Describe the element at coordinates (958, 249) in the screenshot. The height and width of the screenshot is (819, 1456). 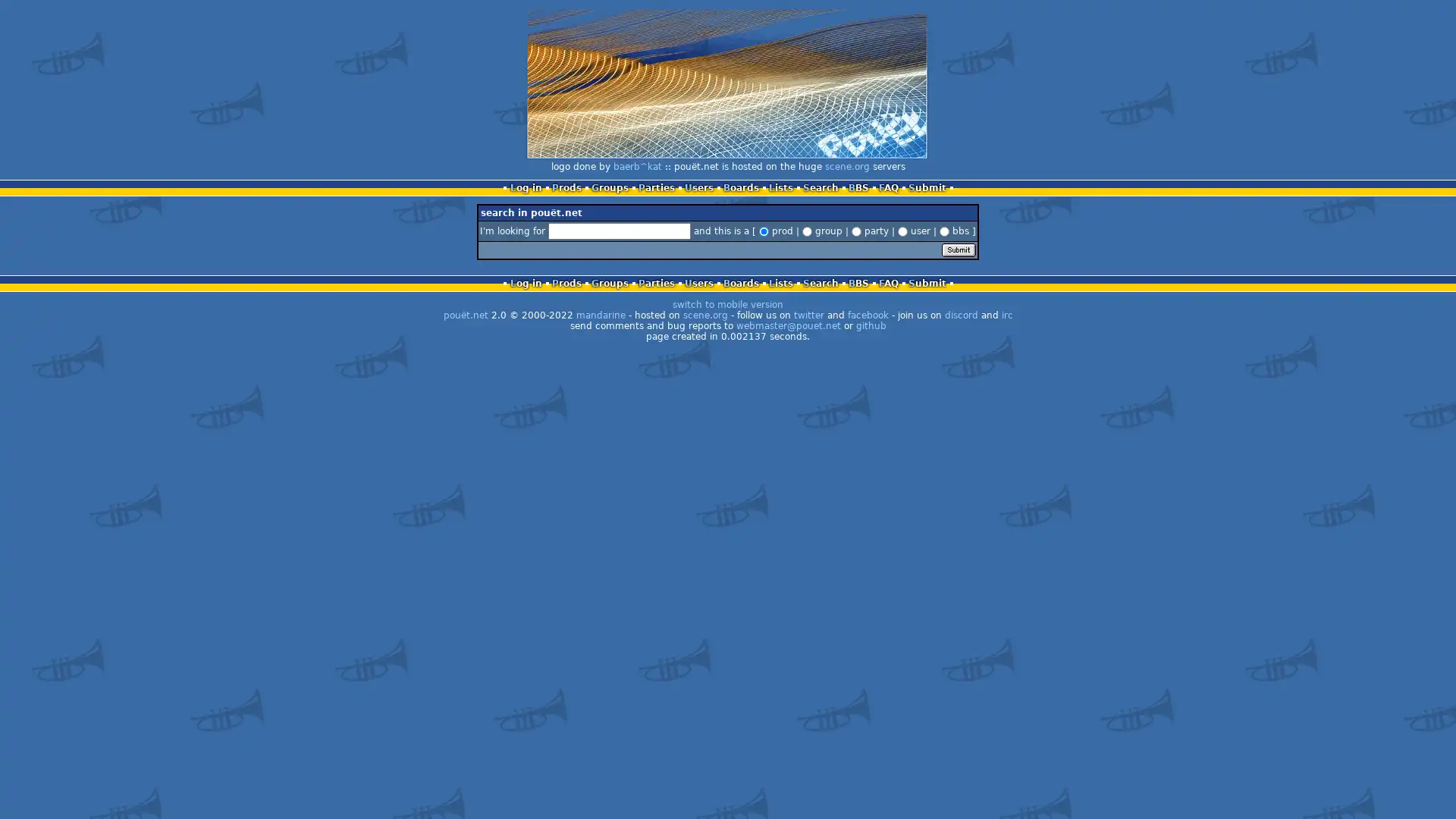
I see `Submit` at that location.